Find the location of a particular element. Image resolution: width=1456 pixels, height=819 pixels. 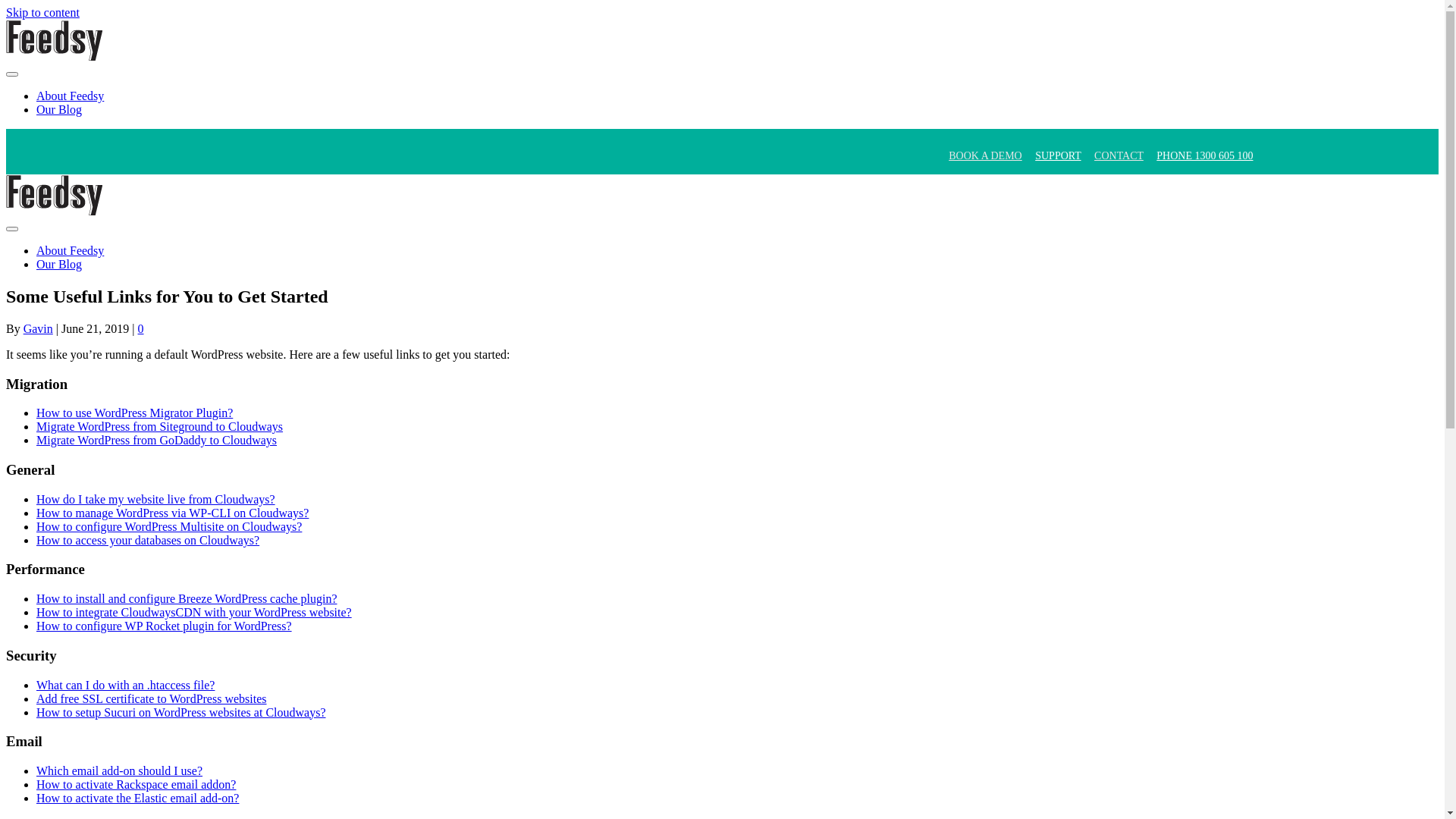

'BOOK A DEMO' is located at coordinates (985, 155).